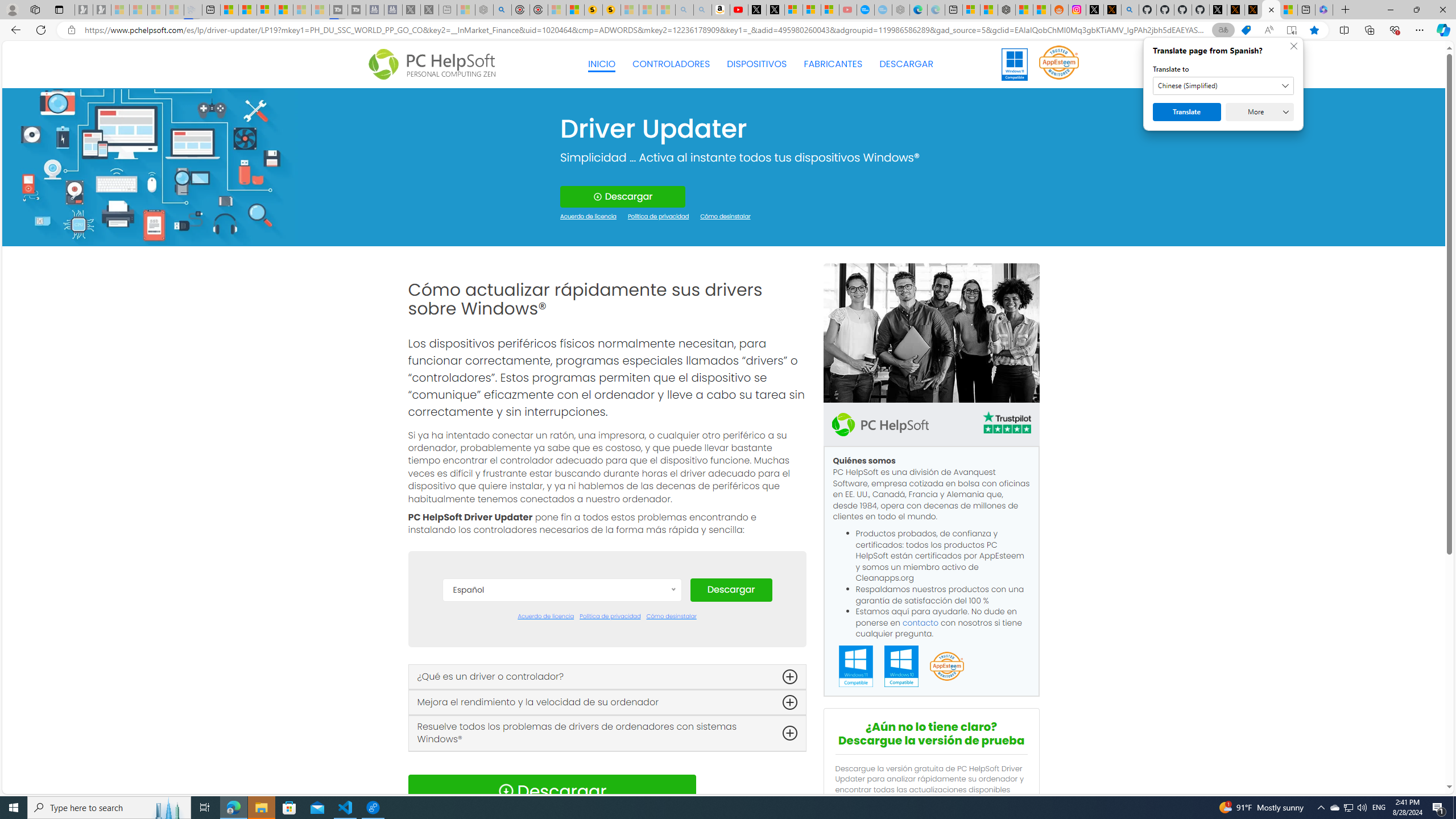 The image size is (1456, 819). What do you see at coordinates (1223, 85) in the screenshot?
I see `'Translate to'` at bounding box center [1223, 85].